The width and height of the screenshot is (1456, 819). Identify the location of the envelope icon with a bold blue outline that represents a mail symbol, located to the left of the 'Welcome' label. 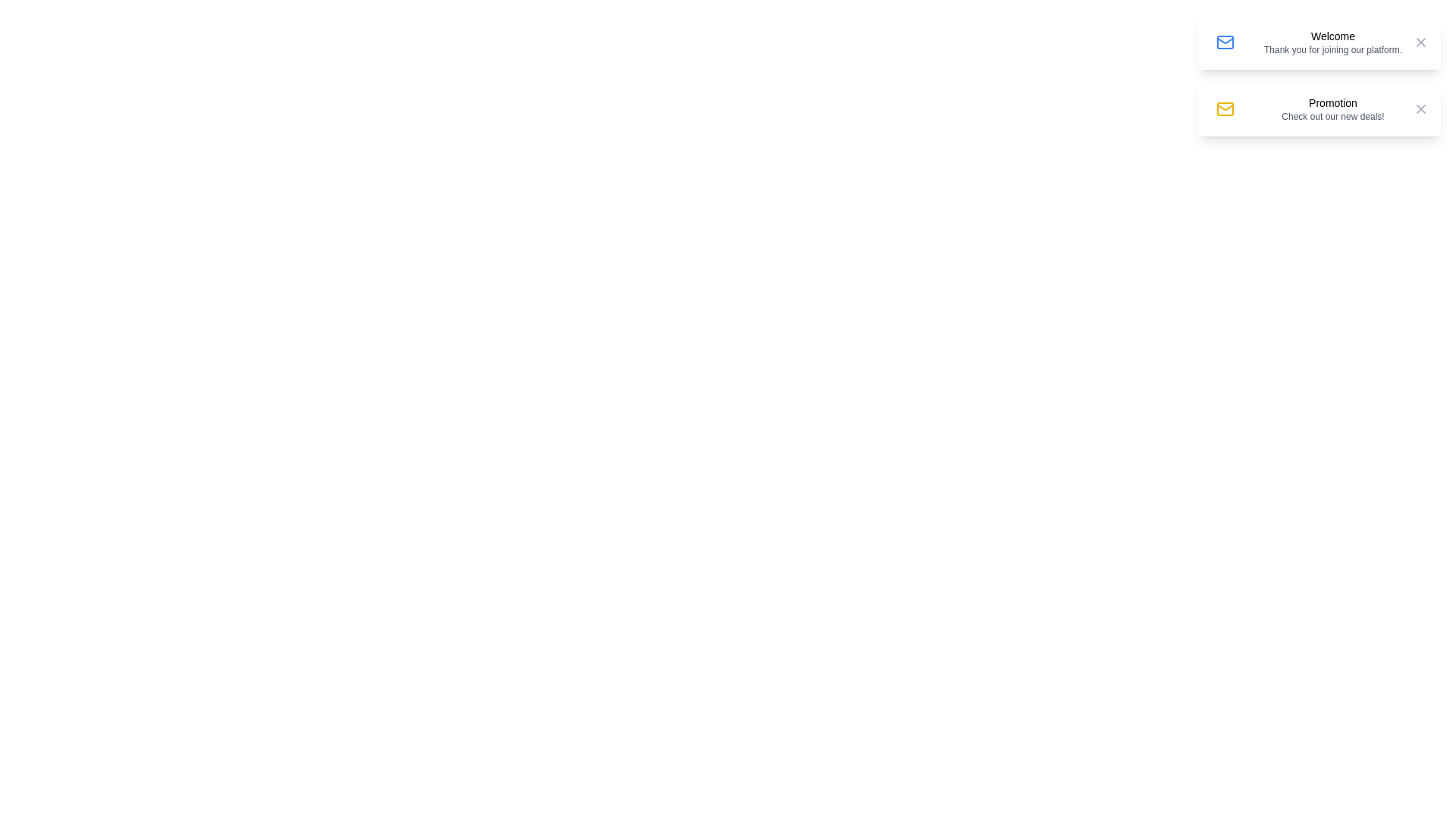
(1225, 42).